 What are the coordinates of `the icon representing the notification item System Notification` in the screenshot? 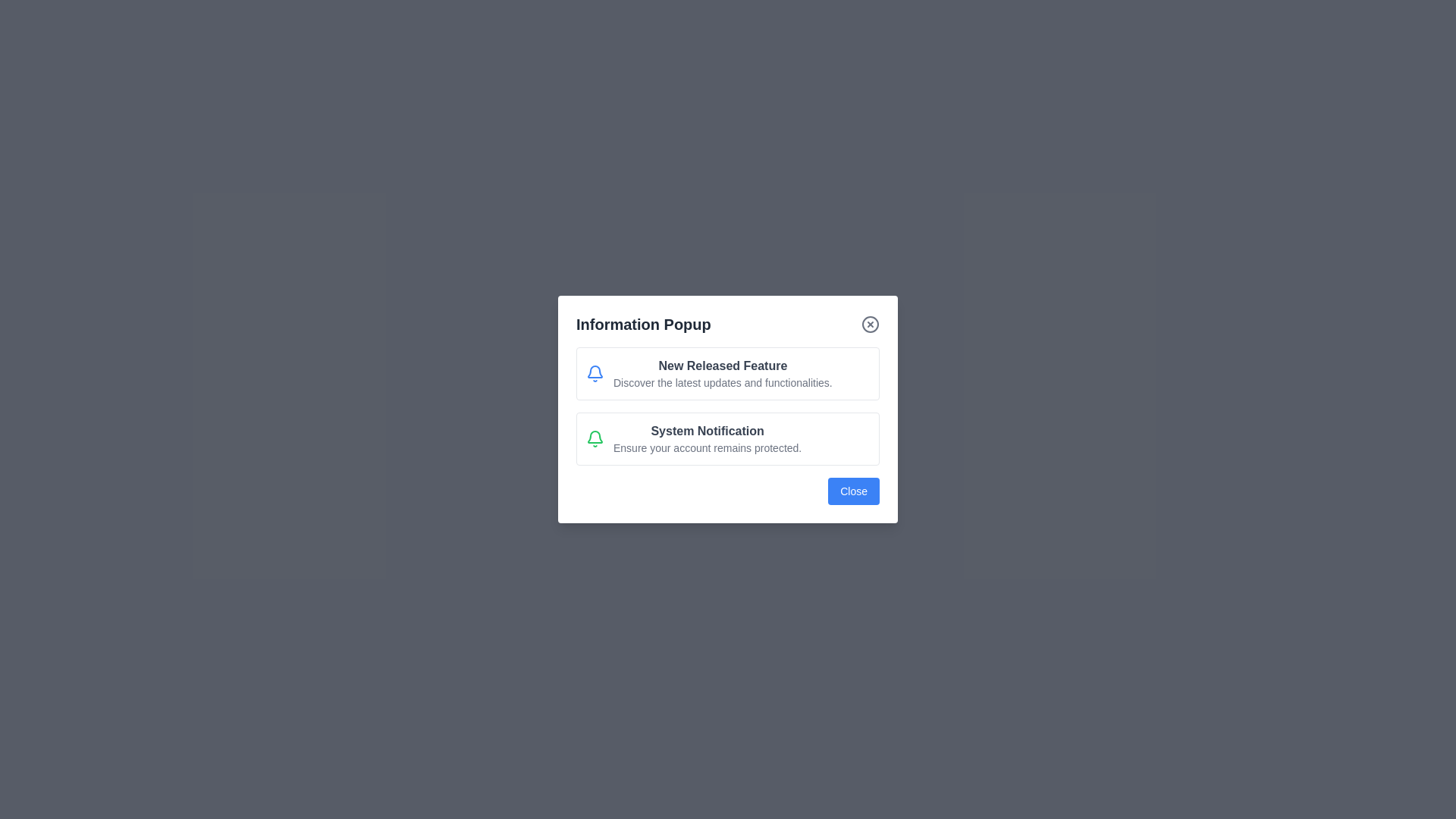 It's located at (595, 438).